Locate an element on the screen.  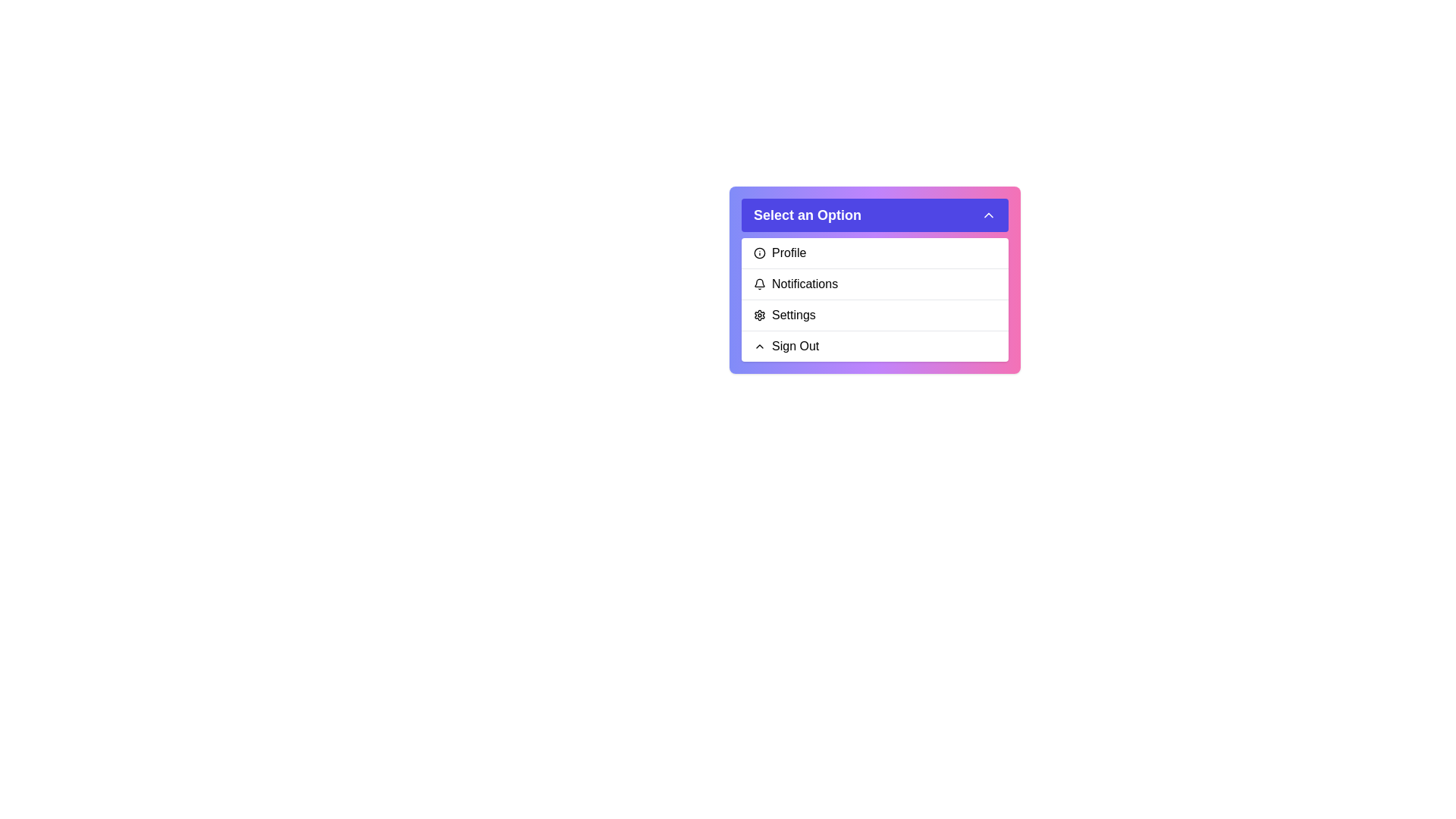
the dropdown toggle button to open or close the menu is located at coordinates (874, 215).